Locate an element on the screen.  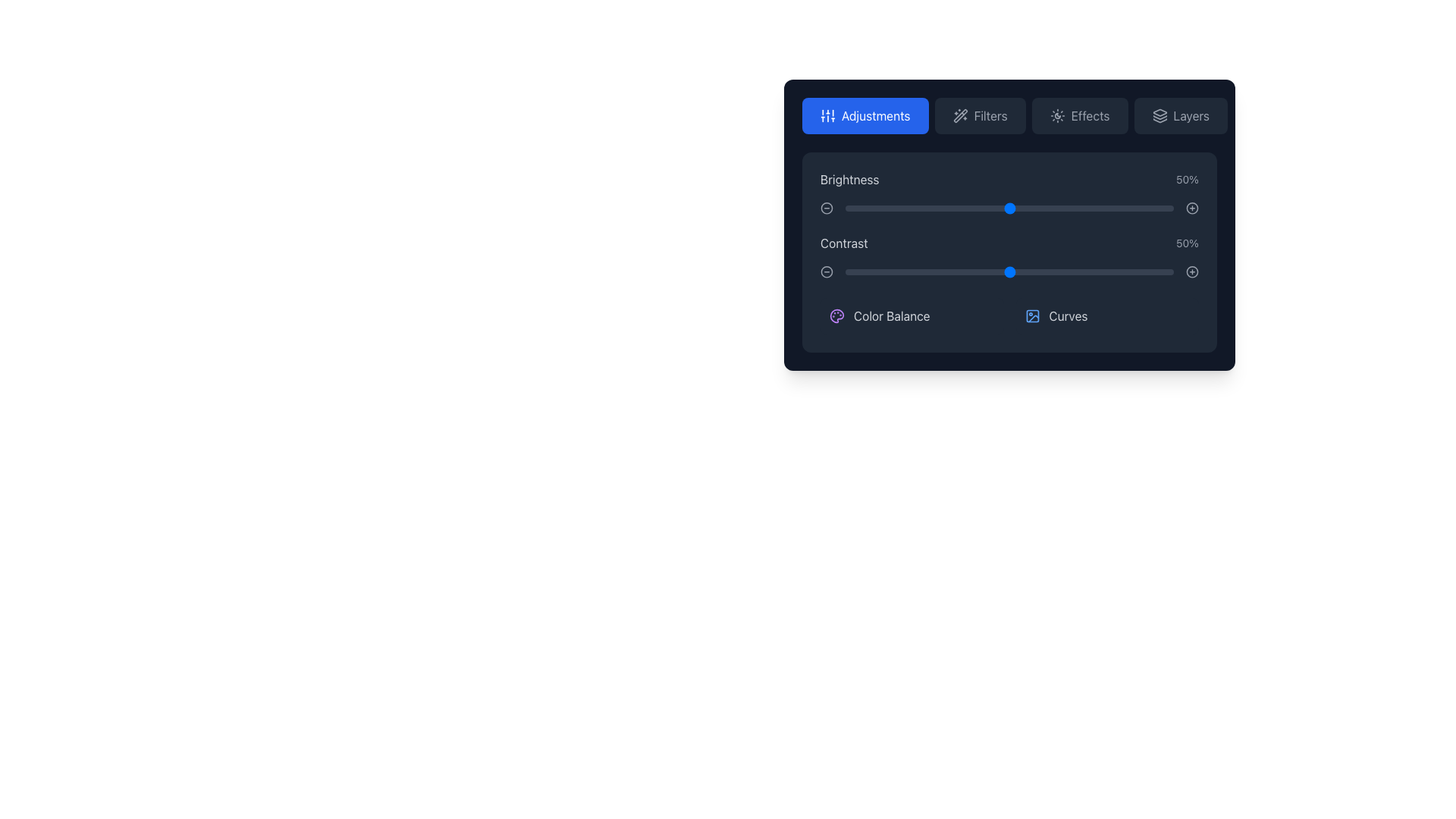
the 'Effects' label, which is styled in light gray on a dark gray background is located at coordinates (1090, 115).